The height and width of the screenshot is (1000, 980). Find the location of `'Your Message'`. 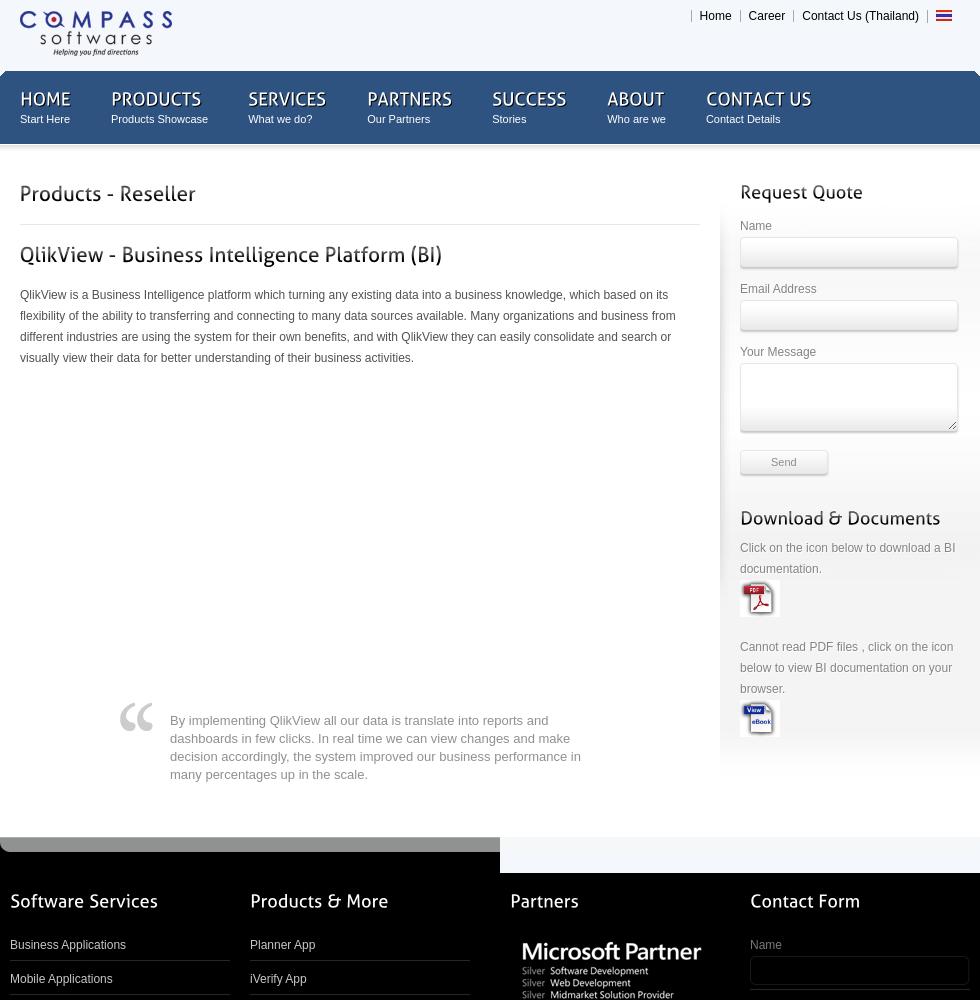

'Your Message' is located at coordinates (739, 351).